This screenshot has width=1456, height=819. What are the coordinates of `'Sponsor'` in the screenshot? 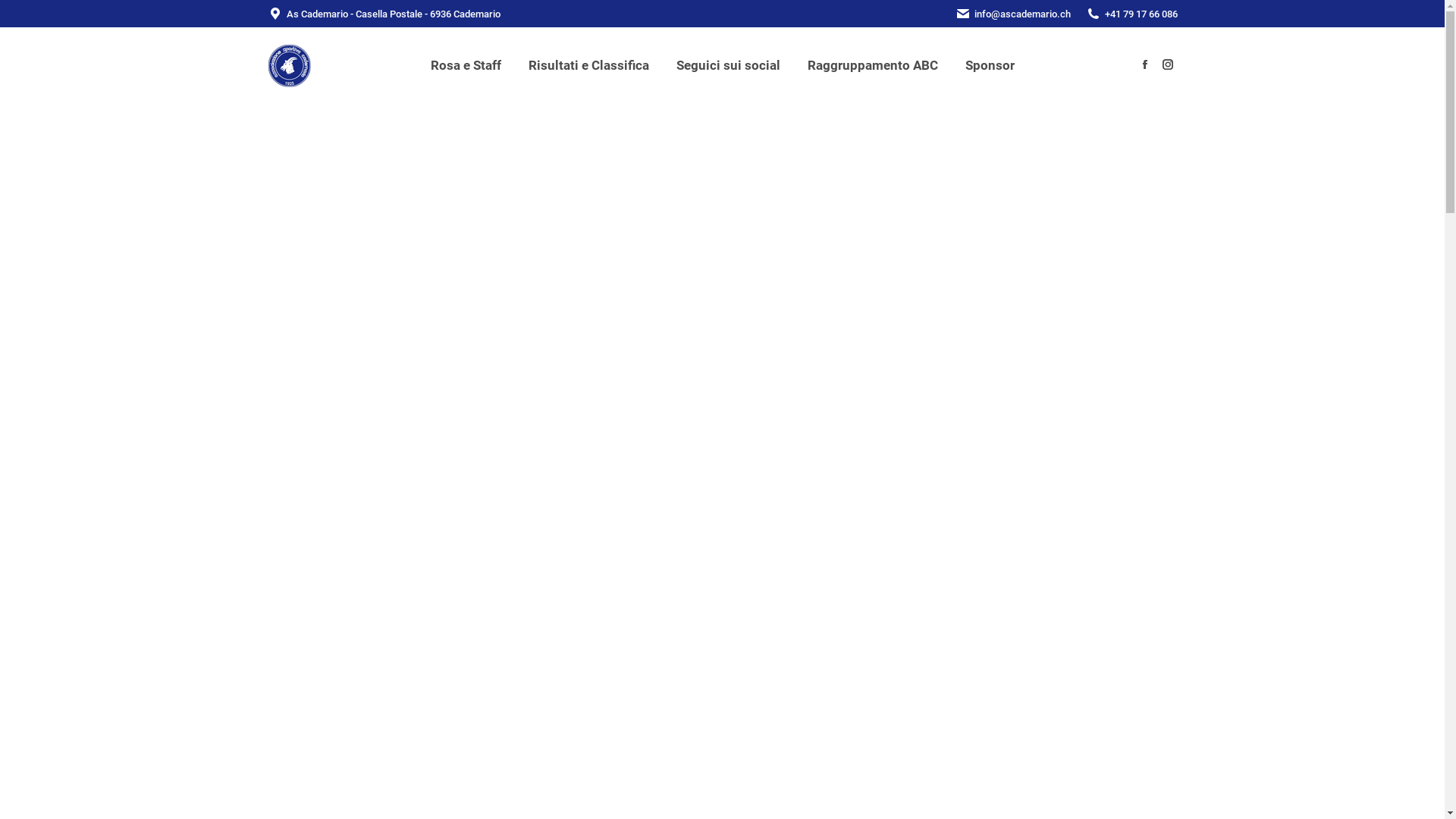 It's located at (990, 64).